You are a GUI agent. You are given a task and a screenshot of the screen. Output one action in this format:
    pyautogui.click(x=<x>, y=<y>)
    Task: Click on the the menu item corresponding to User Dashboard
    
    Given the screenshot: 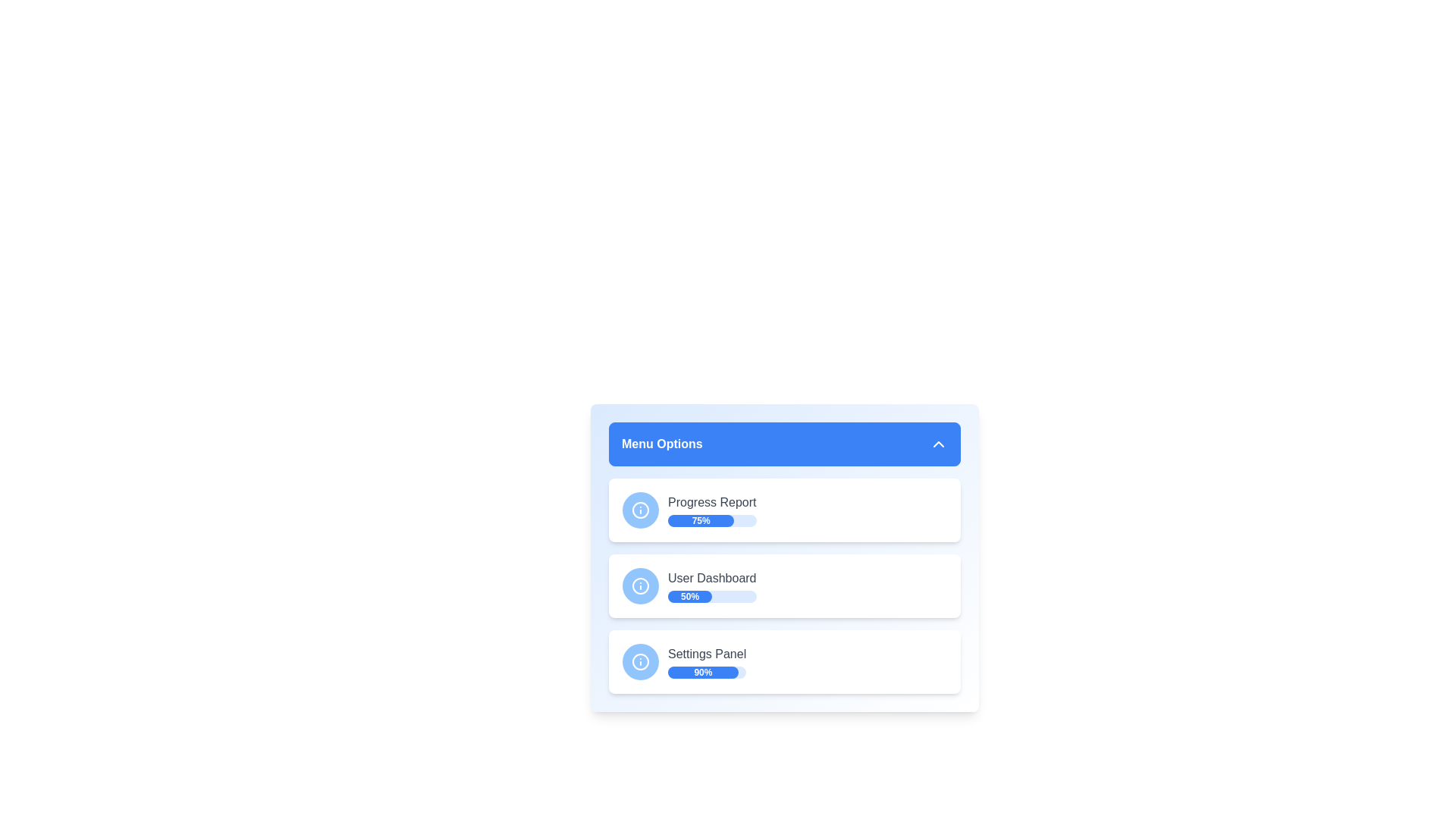 What is the action you would take?
    pyautogui.click(x=785, y=585)
    